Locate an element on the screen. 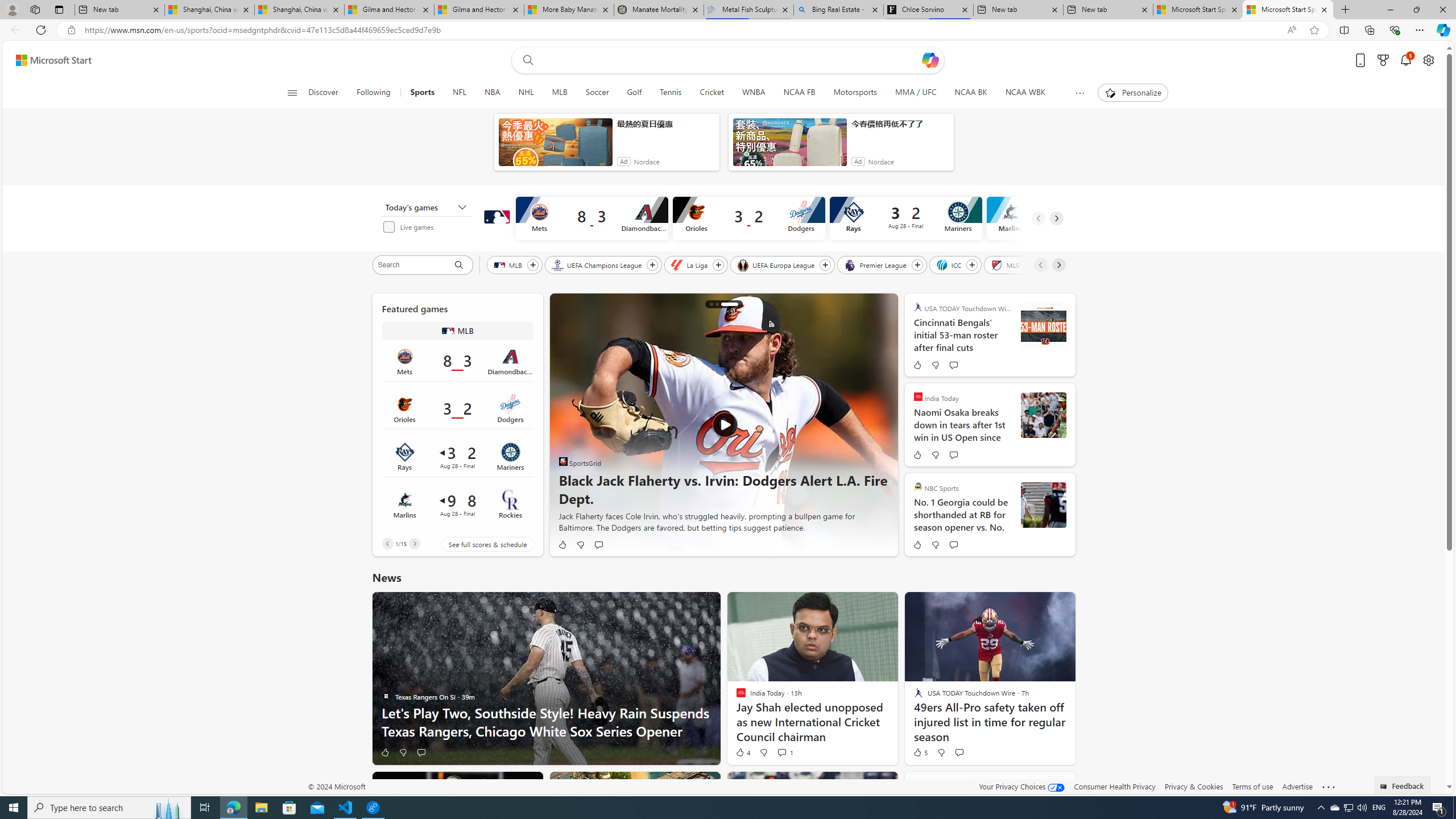 The height and width of the screenshot is (819, 1456). 'Follow La Liga' is located at coordinates (718, 265).